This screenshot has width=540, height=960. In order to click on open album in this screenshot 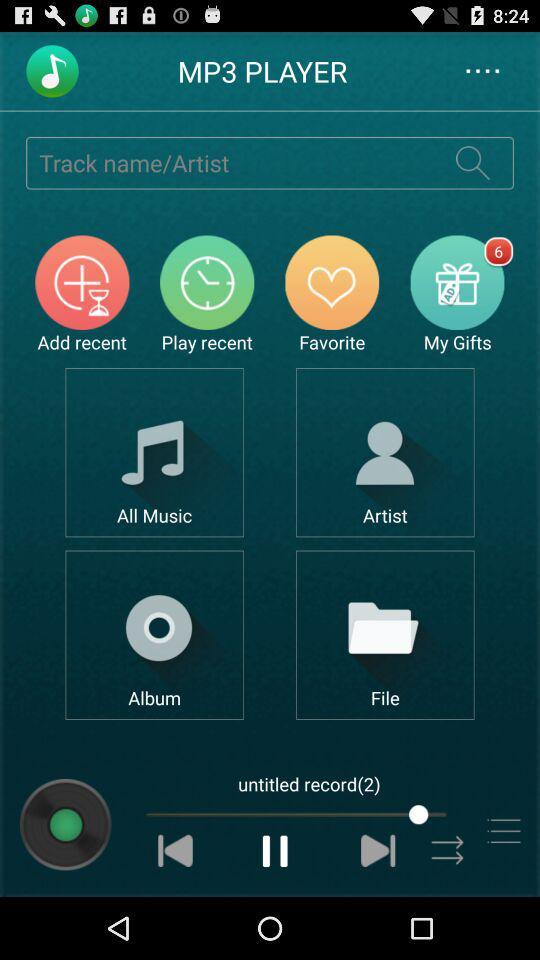, I will do `click(153, 634)`.